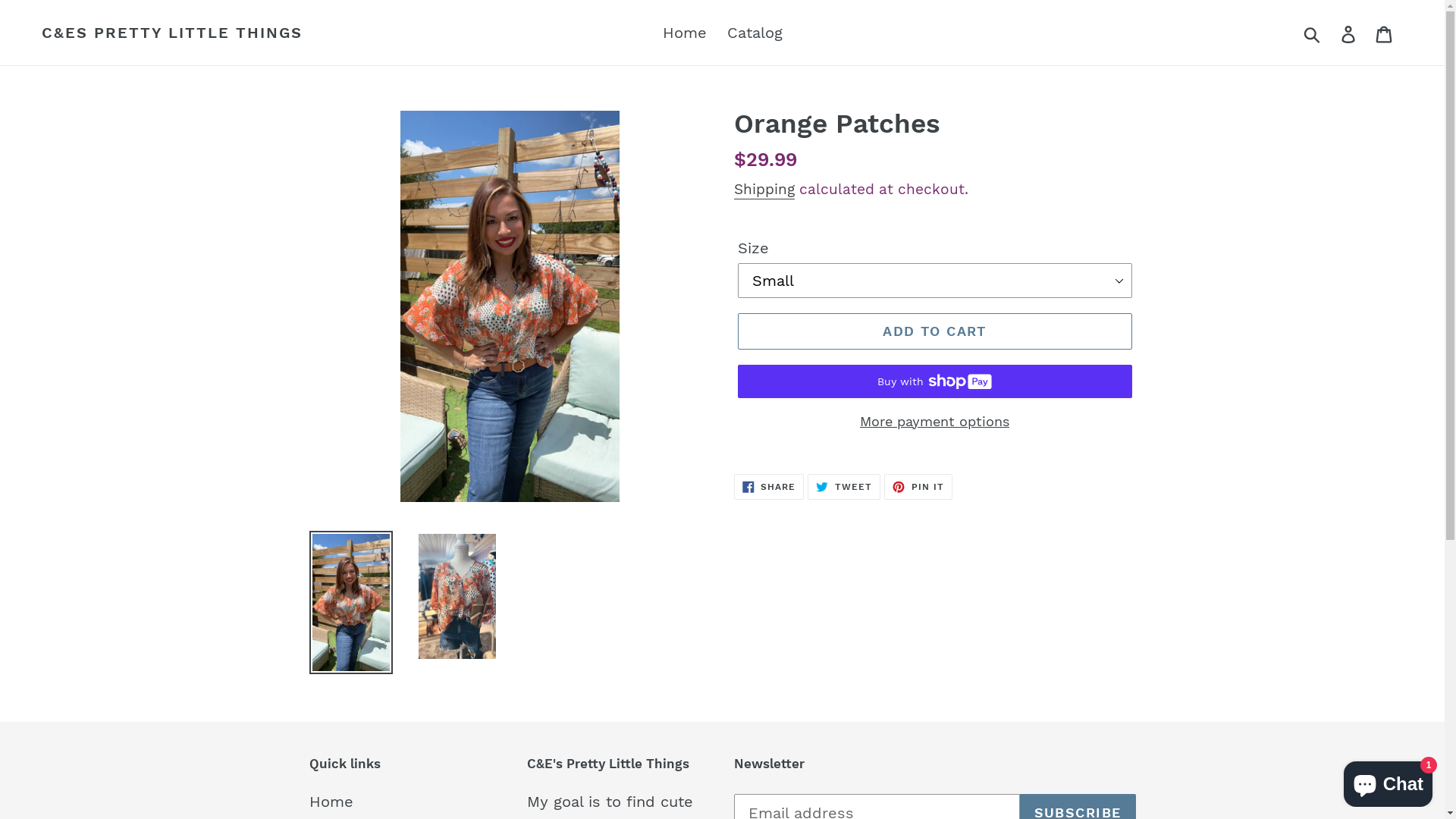 Image resolution: width=1456 pixels, height=819 pixels. What do you see at coordinates (843, 486) in the screenshot?
I see `'TWEET` at bounding box center [843, 486].